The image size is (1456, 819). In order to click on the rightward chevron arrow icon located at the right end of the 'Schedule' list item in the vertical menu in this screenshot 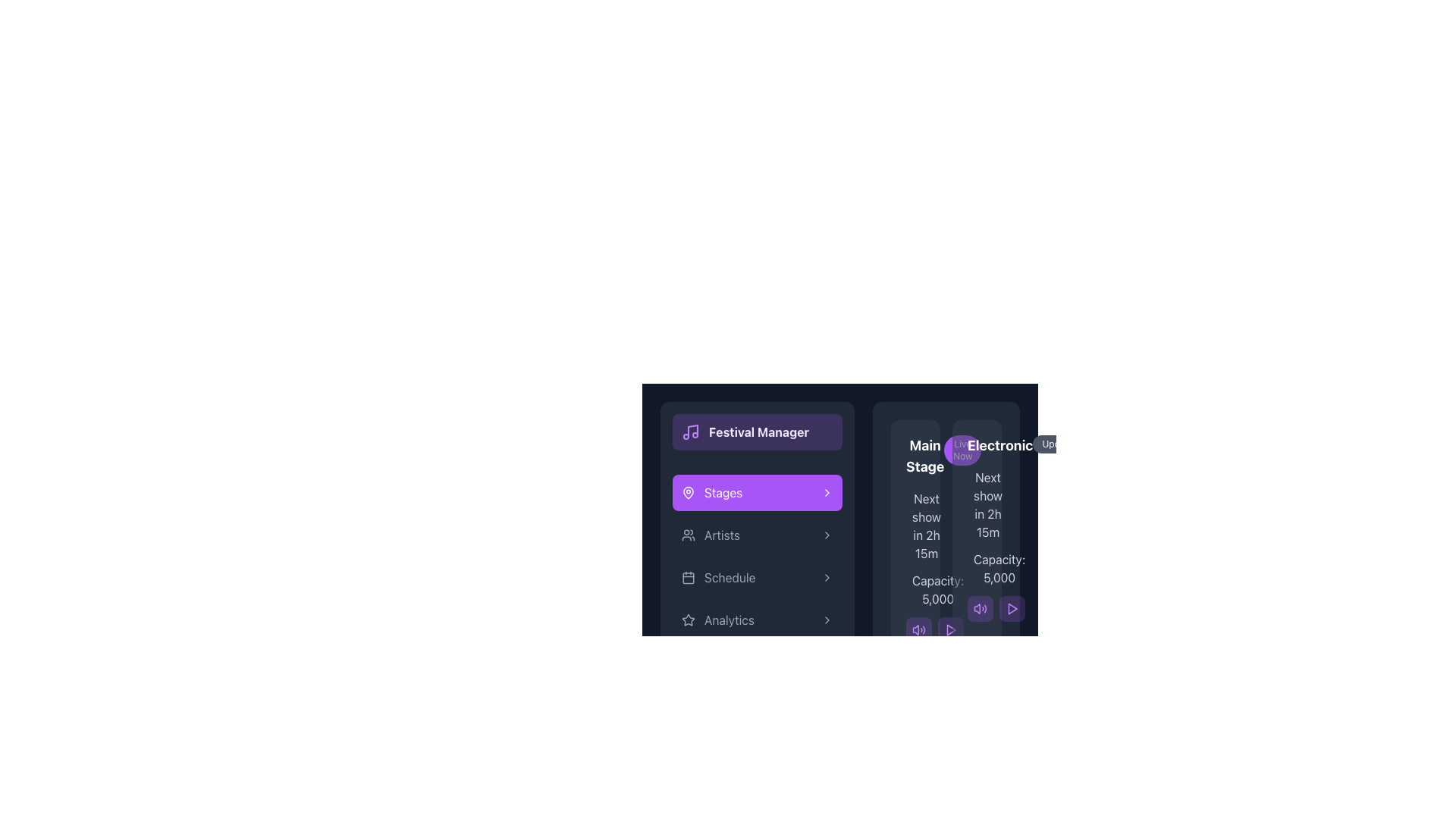, I will do `click(826, 578)`.